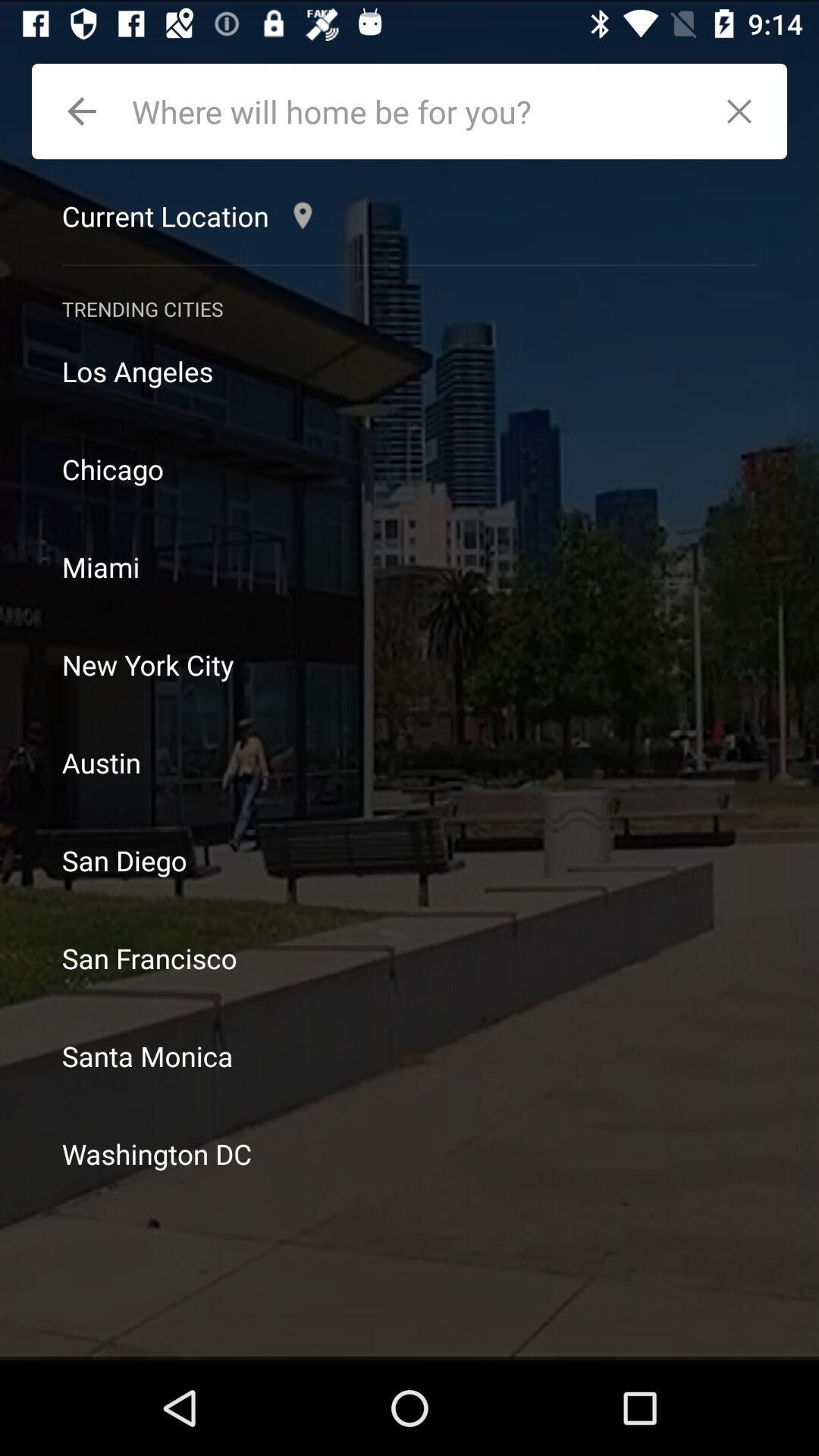  I want to click on the item above chicago item, so click(409, 371).